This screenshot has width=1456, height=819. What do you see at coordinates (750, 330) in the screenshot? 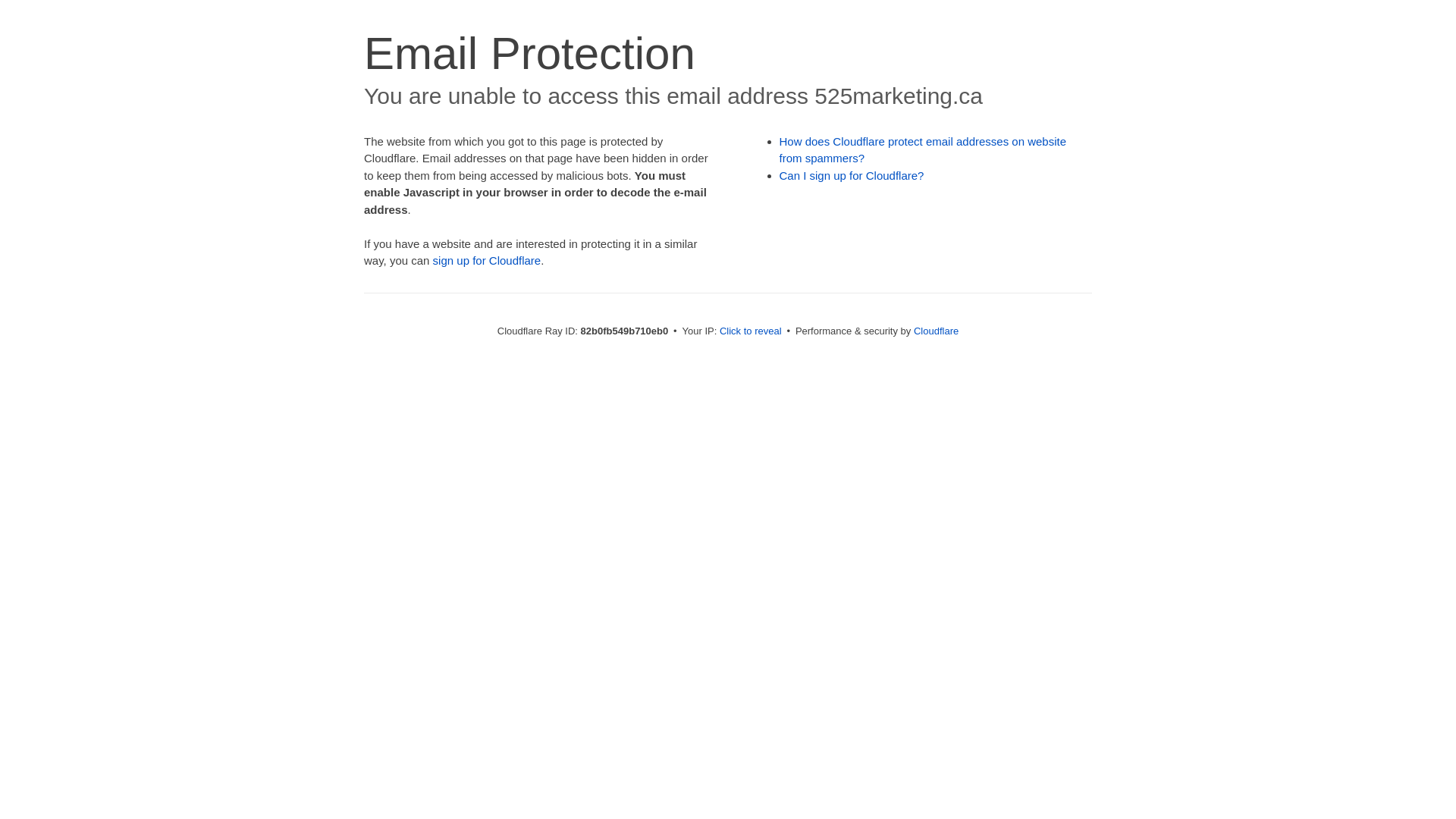
I see `'Click to reveal'` at bounding box center [750, 330].